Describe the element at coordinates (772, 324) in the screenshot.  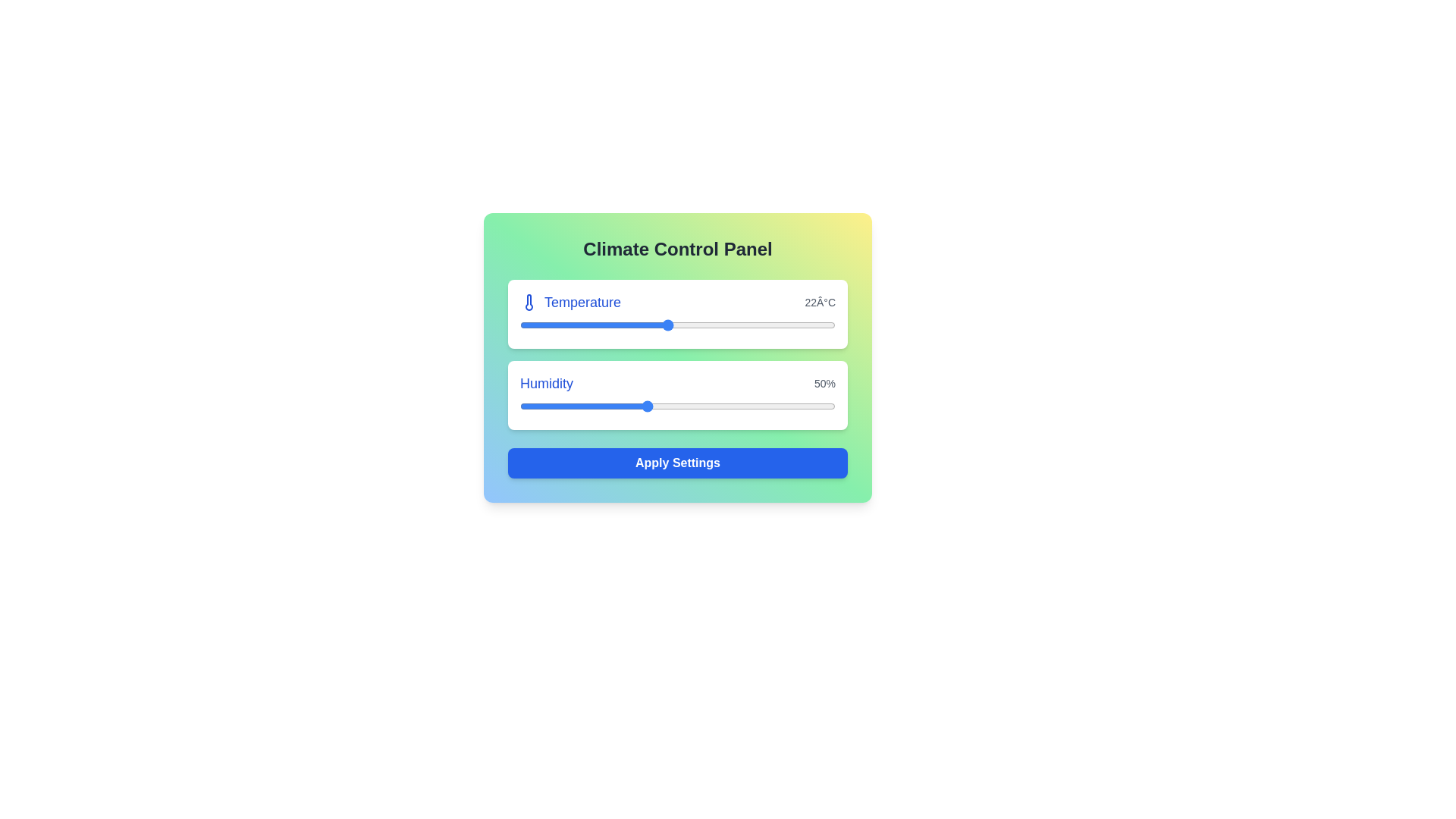
I see `the temperature slider` at that location.